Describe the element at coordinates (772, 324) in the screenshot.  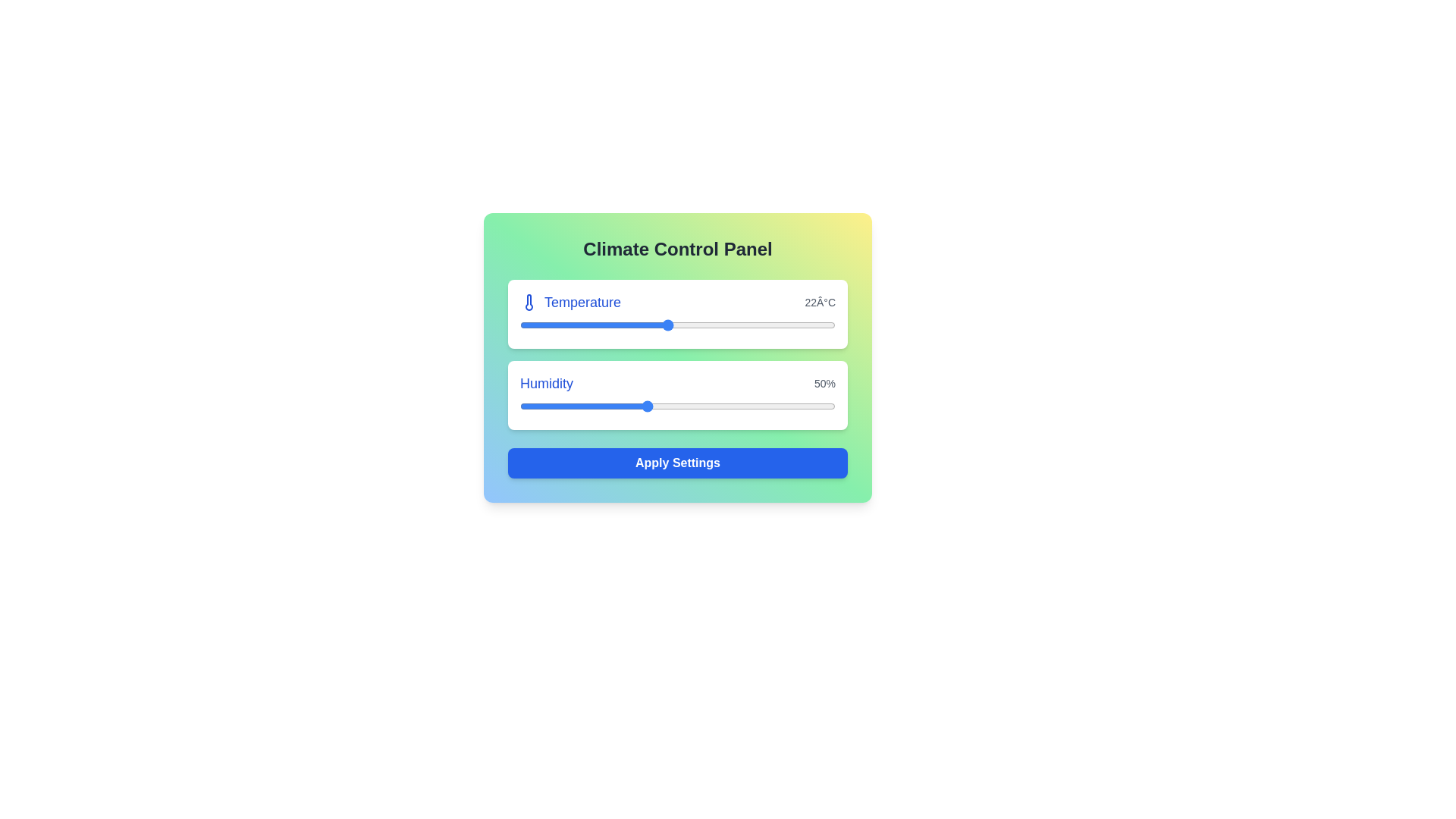
I see `the temperature slider` at that location.